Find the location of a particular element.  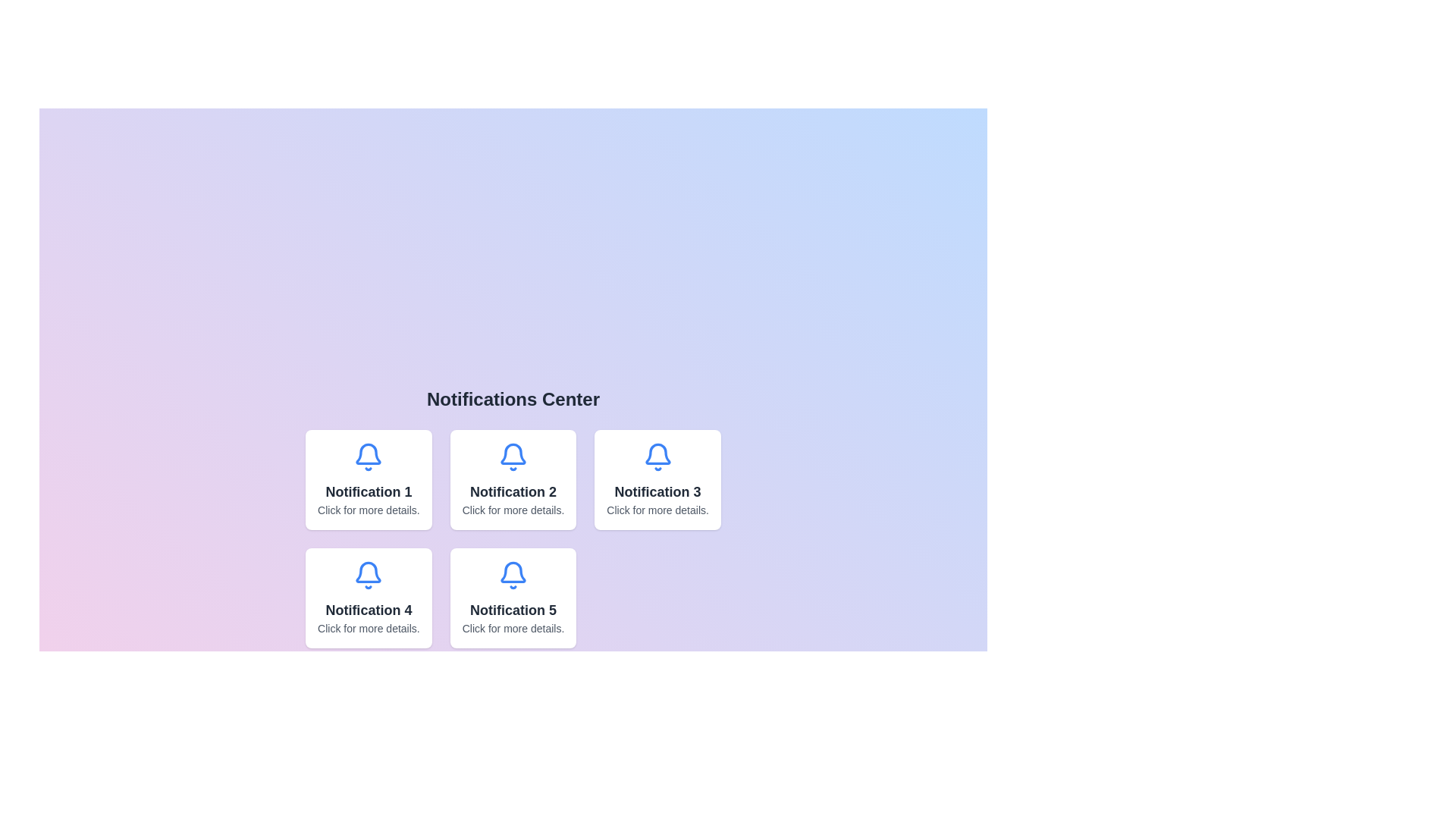

notification indicator icon located at the center of the 'Notification 5' card in the bottom-right corner of the grid layout is located at coordinates (513, 576).